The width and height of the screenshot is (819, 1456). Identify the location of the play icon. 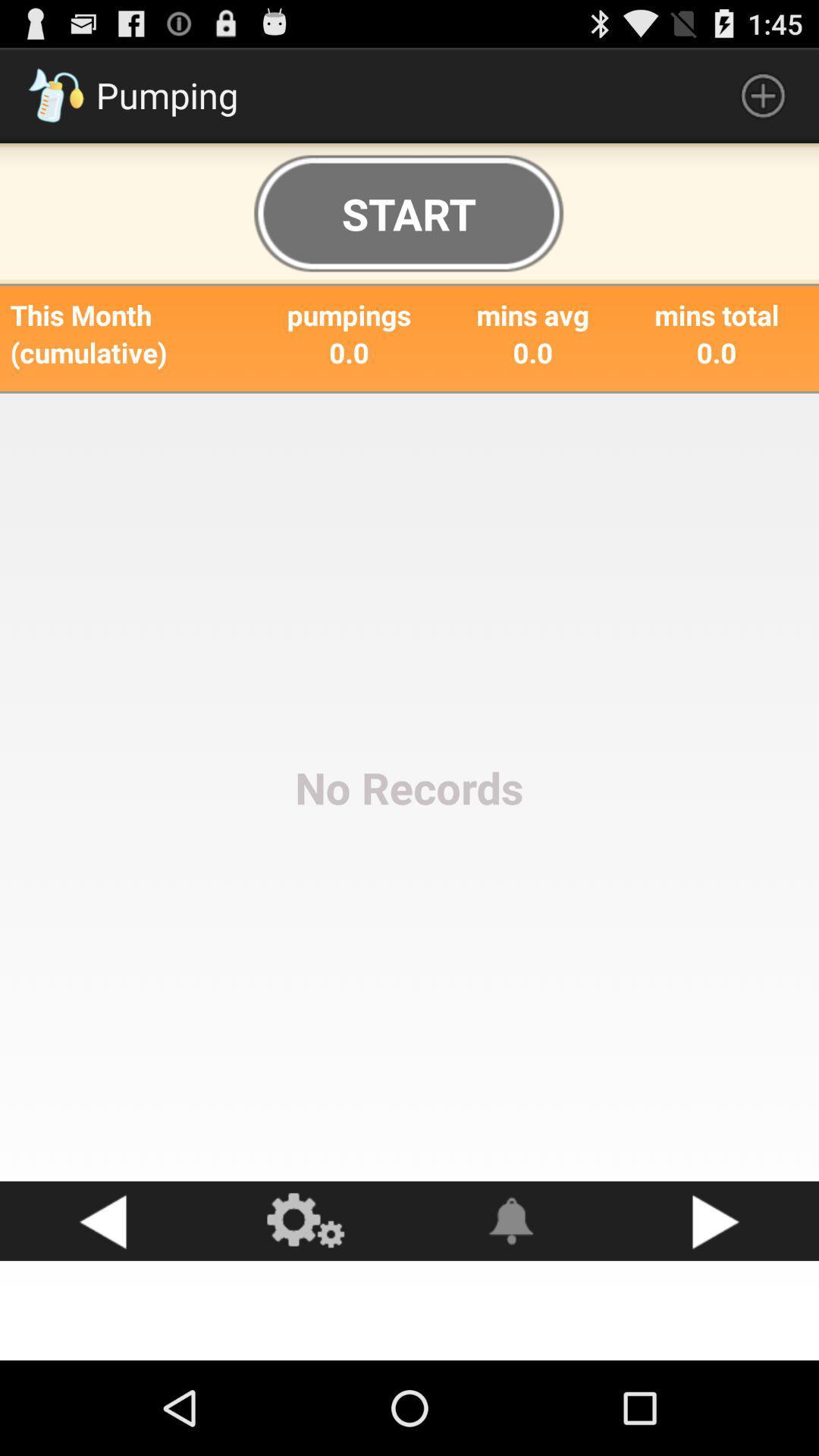
(717, 1306).